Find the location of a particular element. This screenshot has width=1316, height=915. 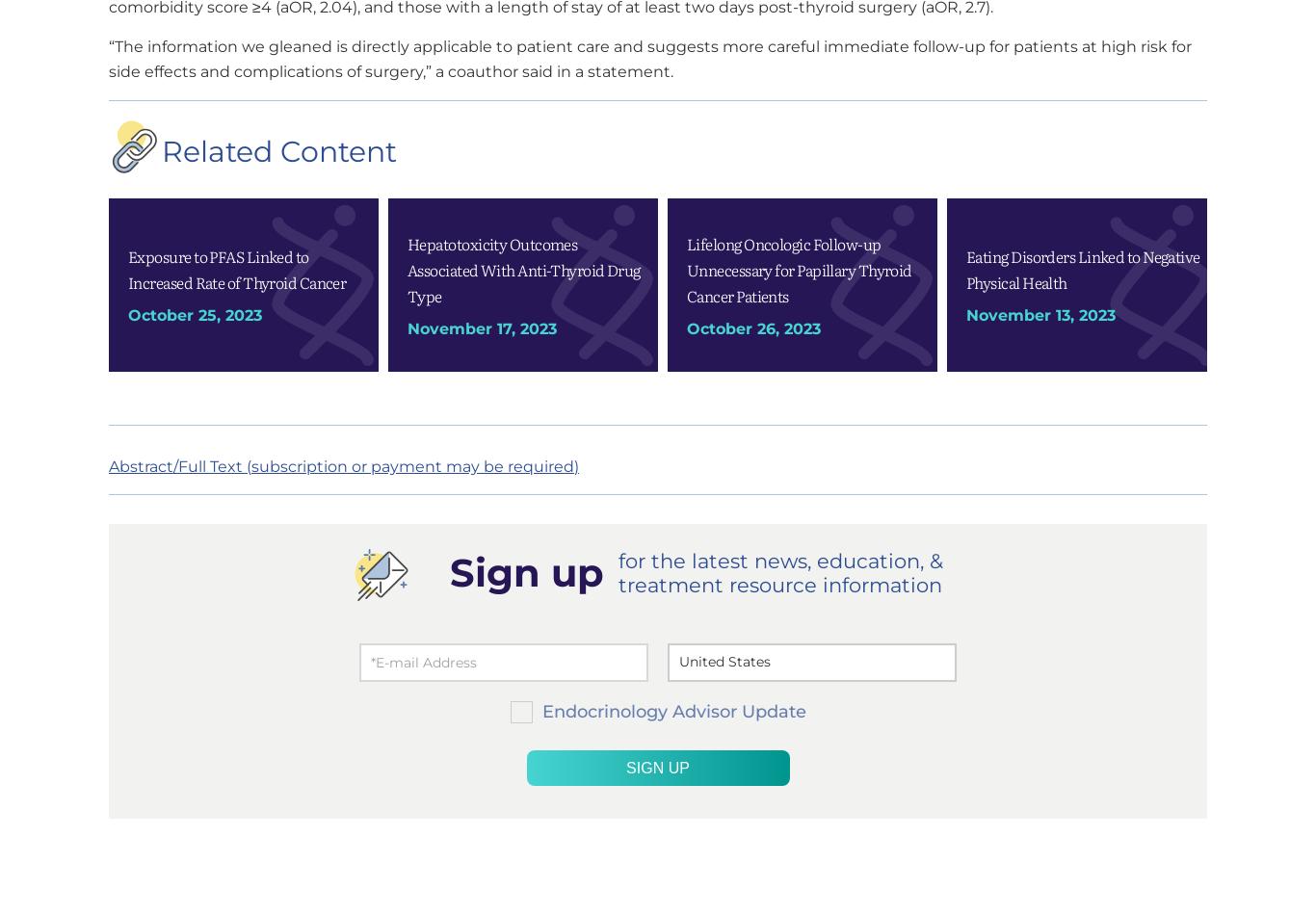

'Eating Disorders Linked to Negative Physical Health' is located at coordinates (1081, 268).